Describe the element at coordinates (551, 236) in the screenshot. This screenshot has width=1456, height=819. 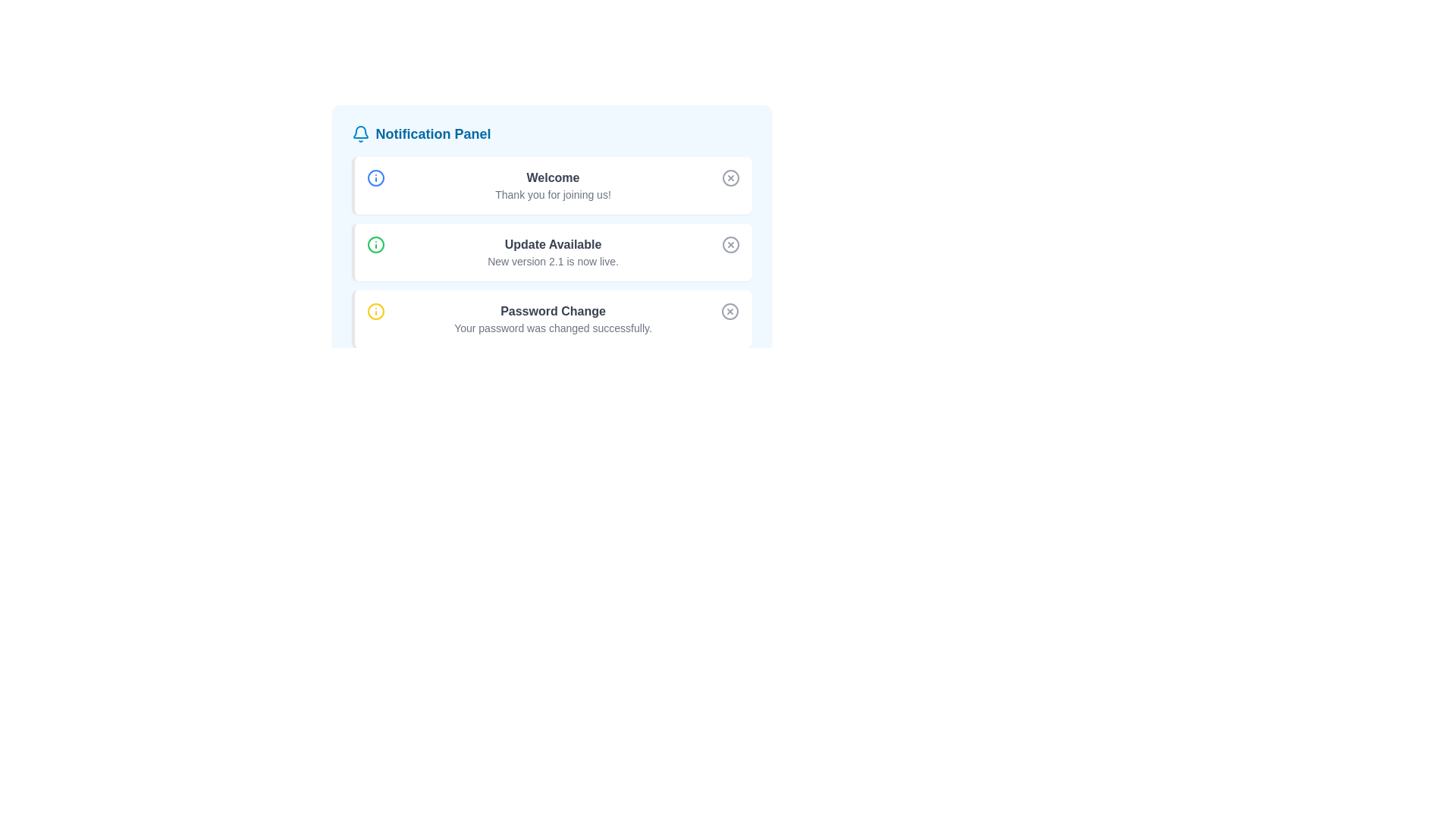
I see `the Notification Box that informs users about the availability of a new version update, which is centrally located in the Notification Panel as the second of three stacked notification boxes` at that location.